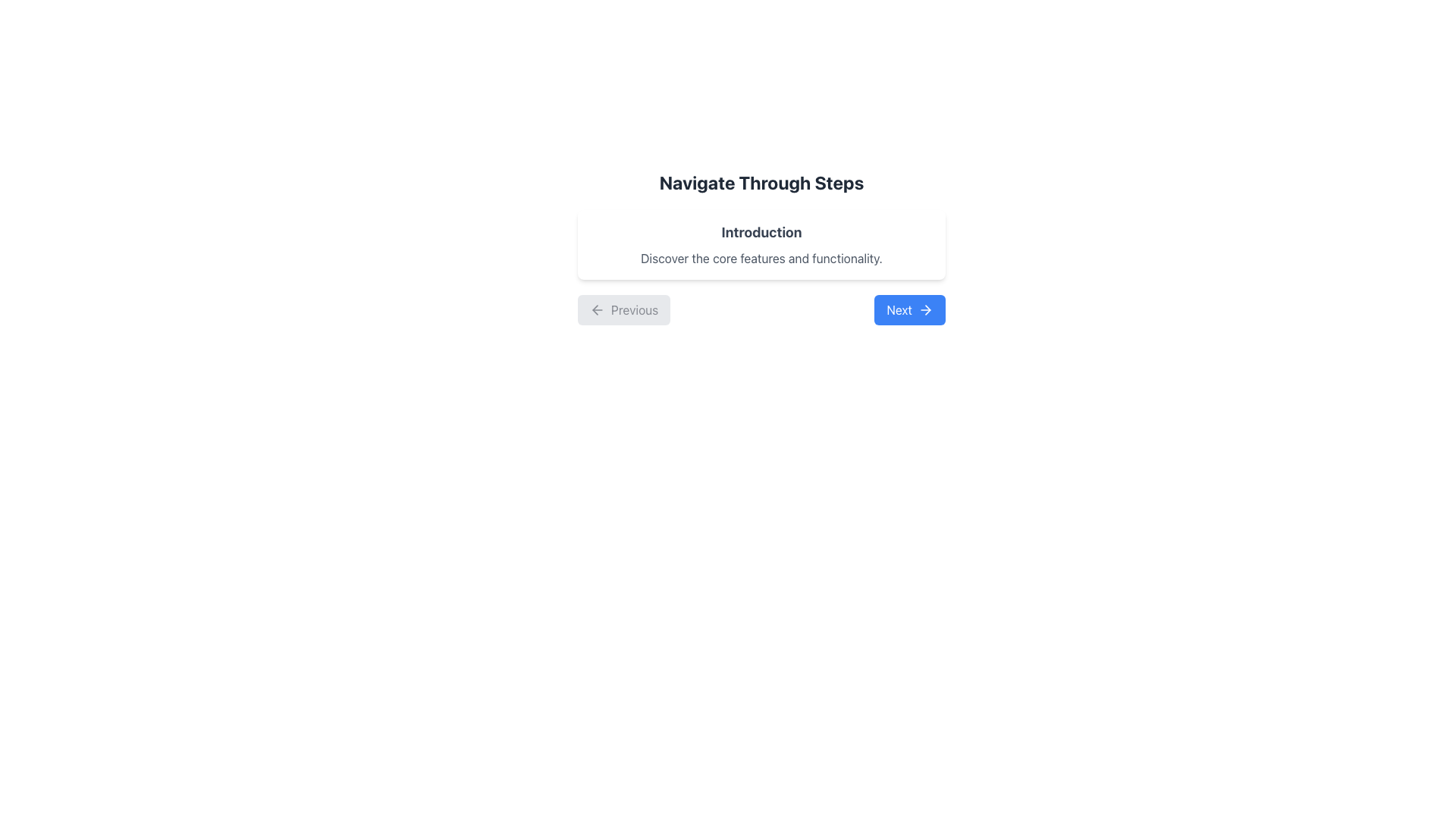 The height and width of the screenshot is (819, 1456). Describe the element at coordinates (927, 309) in the screenshot. I see `the right-pointing arrow icon located inside the 'Next' button` at that location.